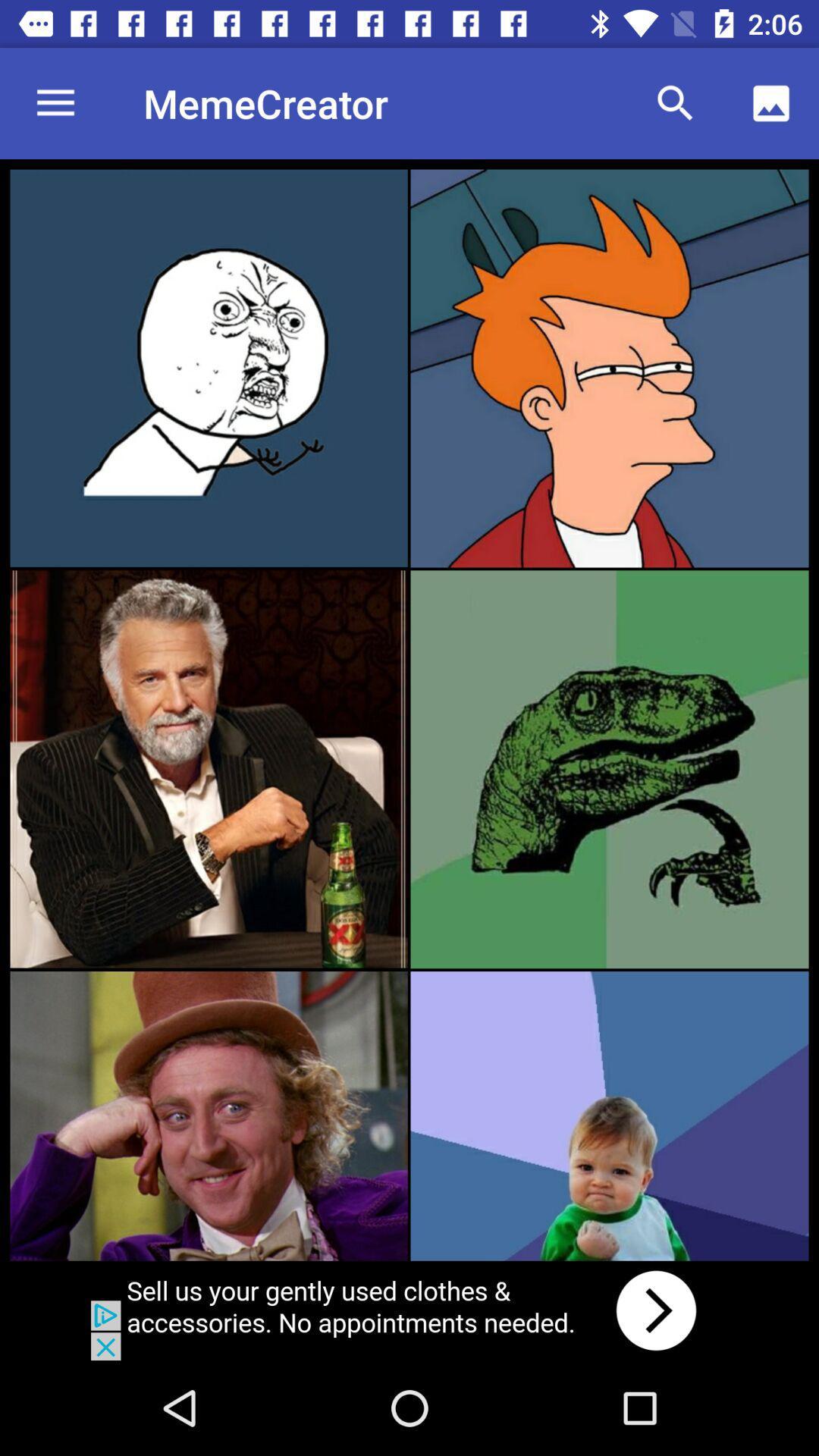 The width and height of the screenshot is (819, 1456). Describe the element at coordinates (209, 368) in the screenshot. I see `first meme` at that location.